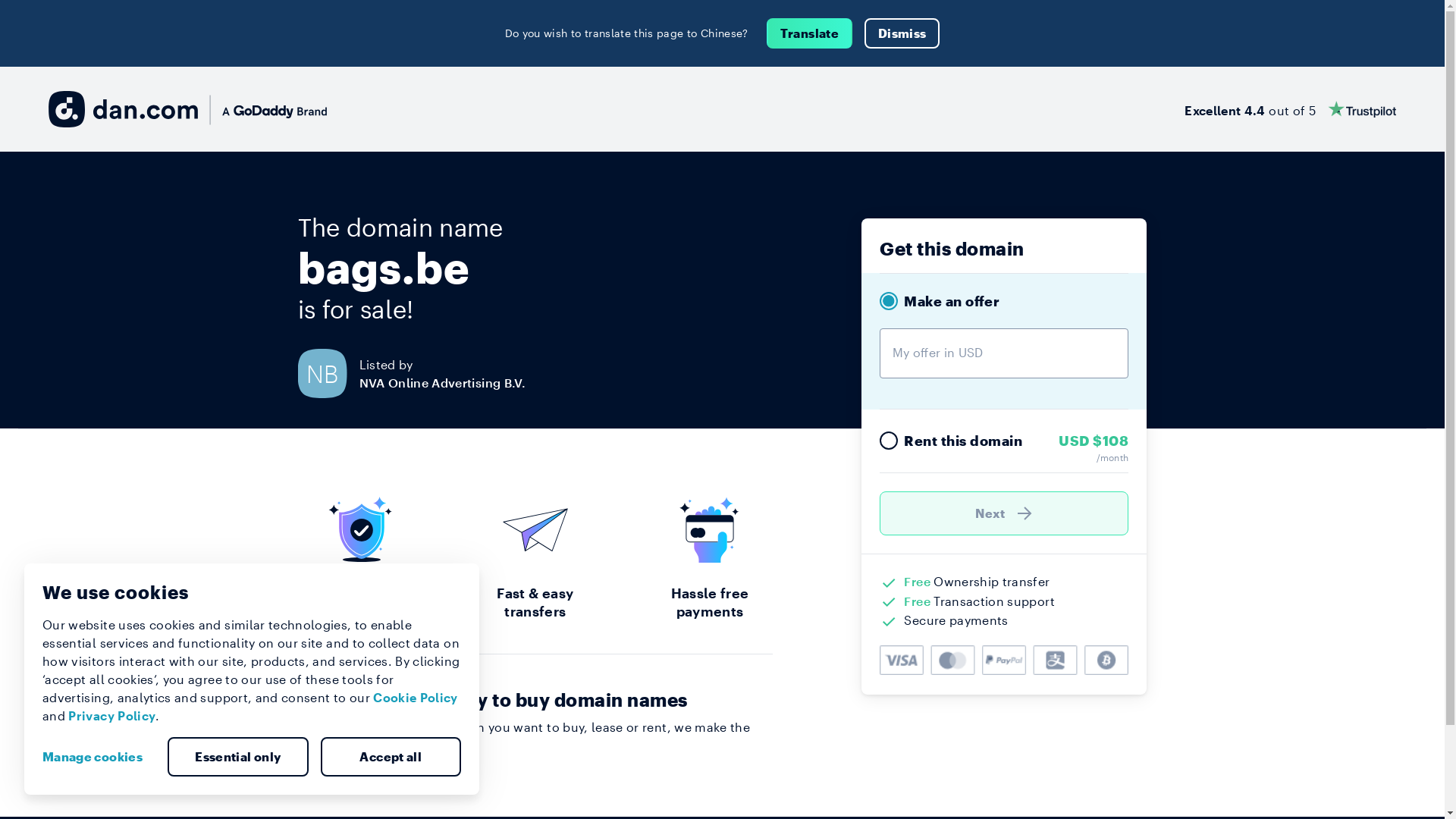  I want to click on 'Translate', so click(767, 33).